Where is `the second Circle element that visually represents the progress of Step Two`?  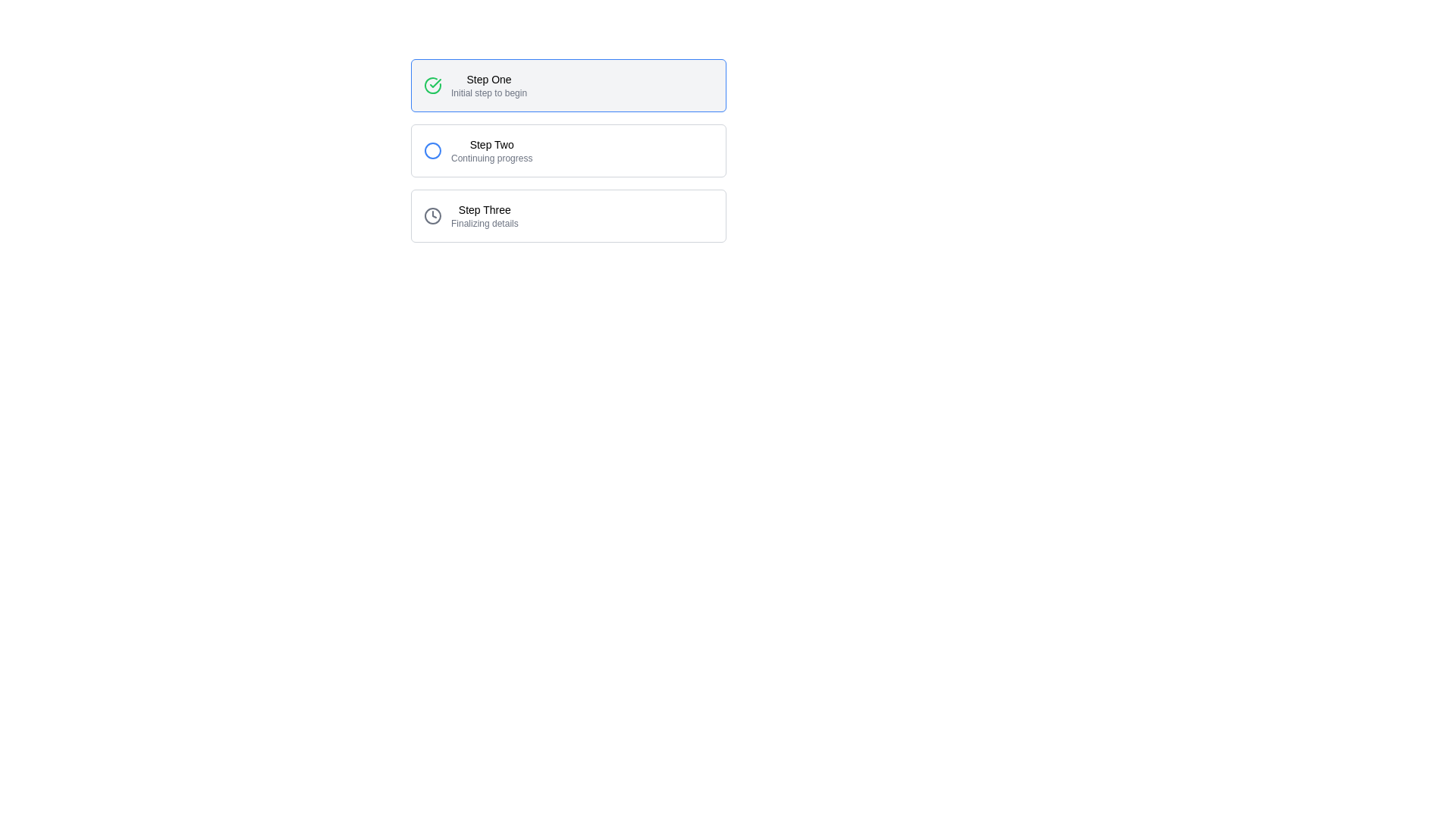 the second Circle element that visually represents the progress of Step Two is located at coordinates (432, 151).